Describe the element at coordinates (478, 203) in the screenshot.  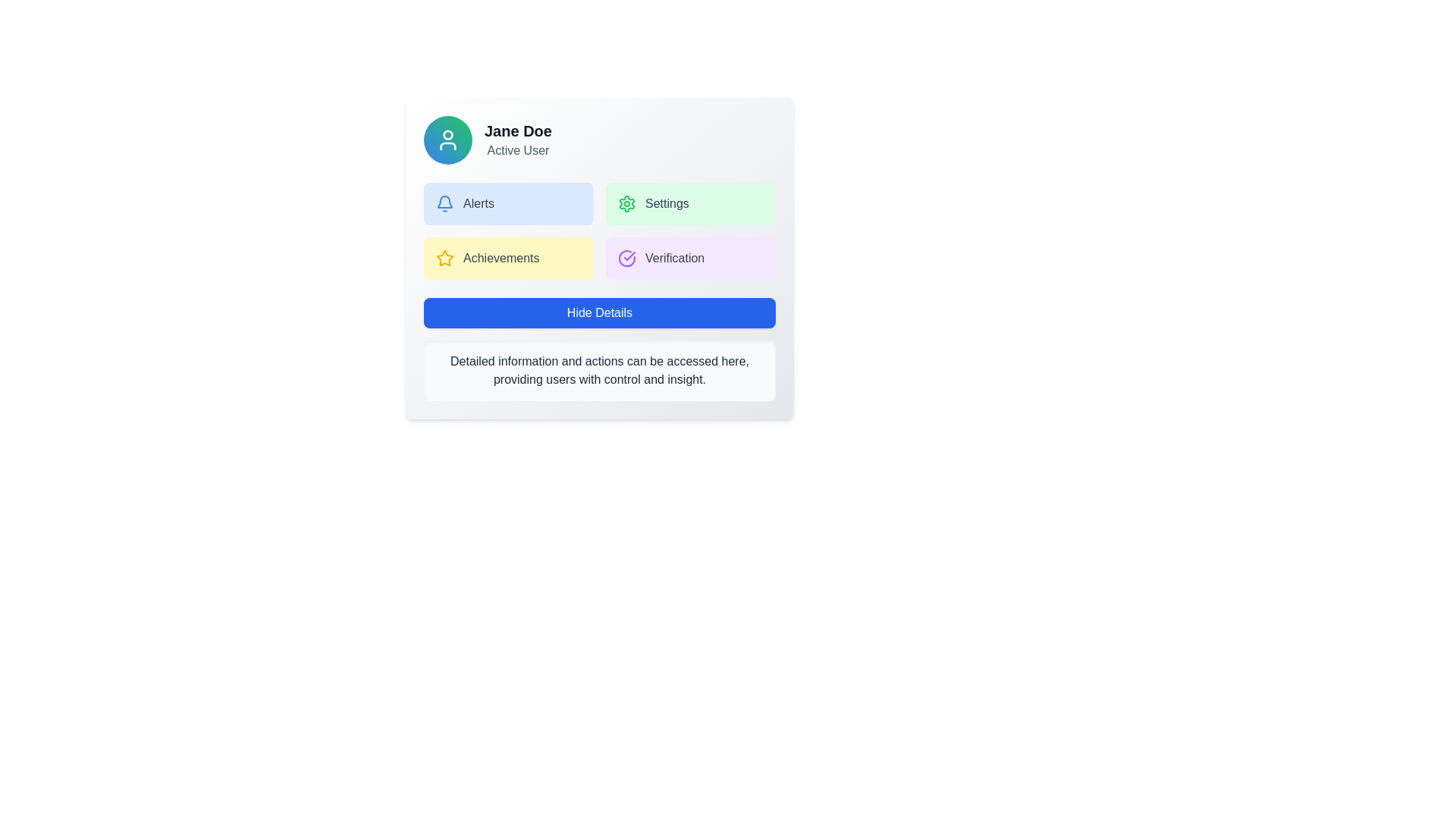
I see `the 'Alerts' label that displays the text in gray color against a light blue background, positioned to the right of a blue bell icon` at that location.